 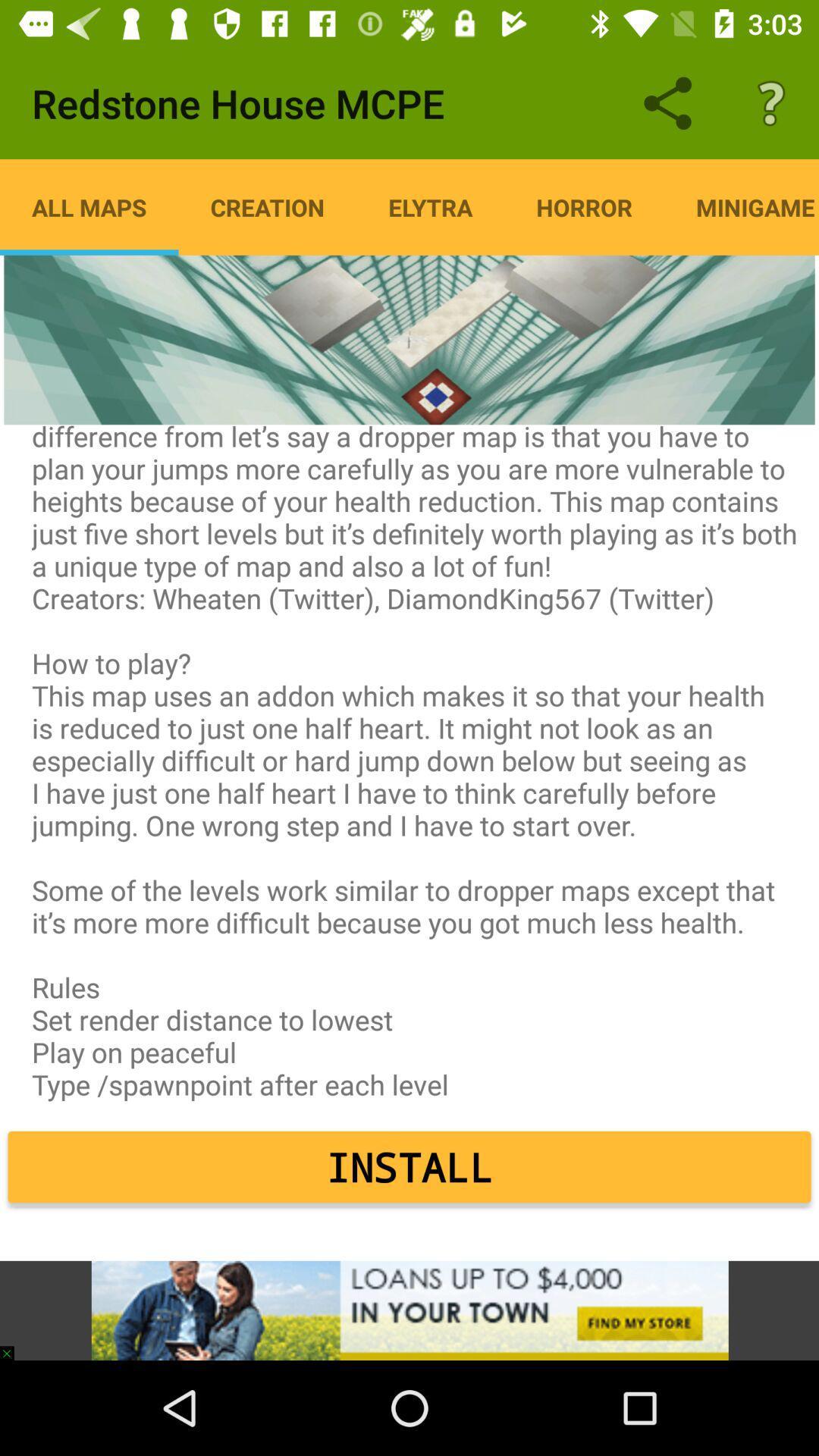 What do you see at coordinates (89, 206) in the screenshot?
I see `the item below redstone house mcpe icon` at bounding box center [89, 206].